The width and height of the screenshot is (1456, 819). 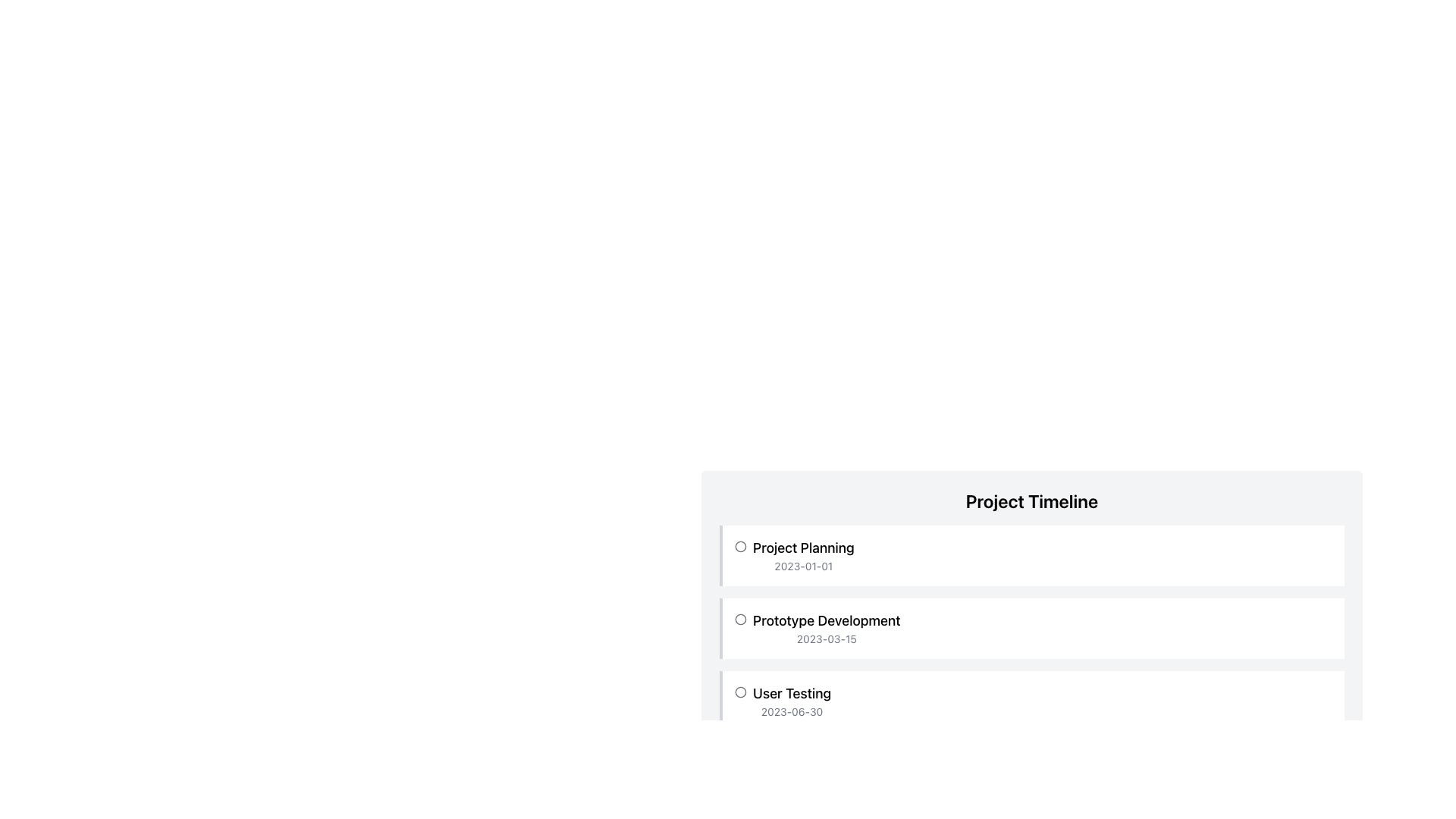 What do you see at coordinates (791, 701) in the screenshot?
I see `text content of the 'User Testing' text block, which is part of the project timeline UI component and contains the texts 'User Testing' and '2023-06-30'` at bounding box center [791, 701].